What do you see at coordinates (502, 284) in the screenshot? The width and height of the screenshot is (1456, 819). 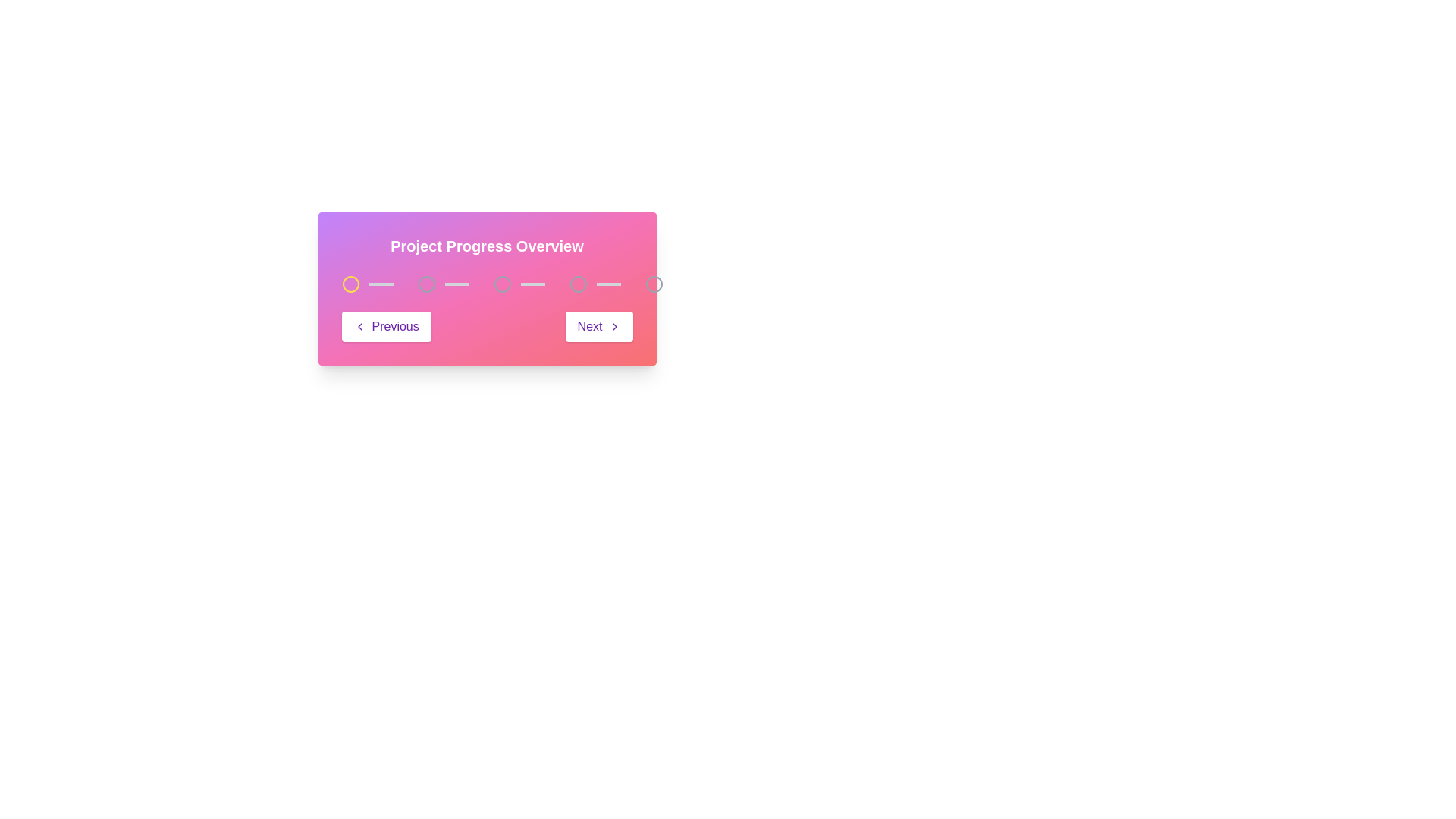 I see `the second circular progress indicator segment to indicate a step in the process` at bounding box center [502, 284].